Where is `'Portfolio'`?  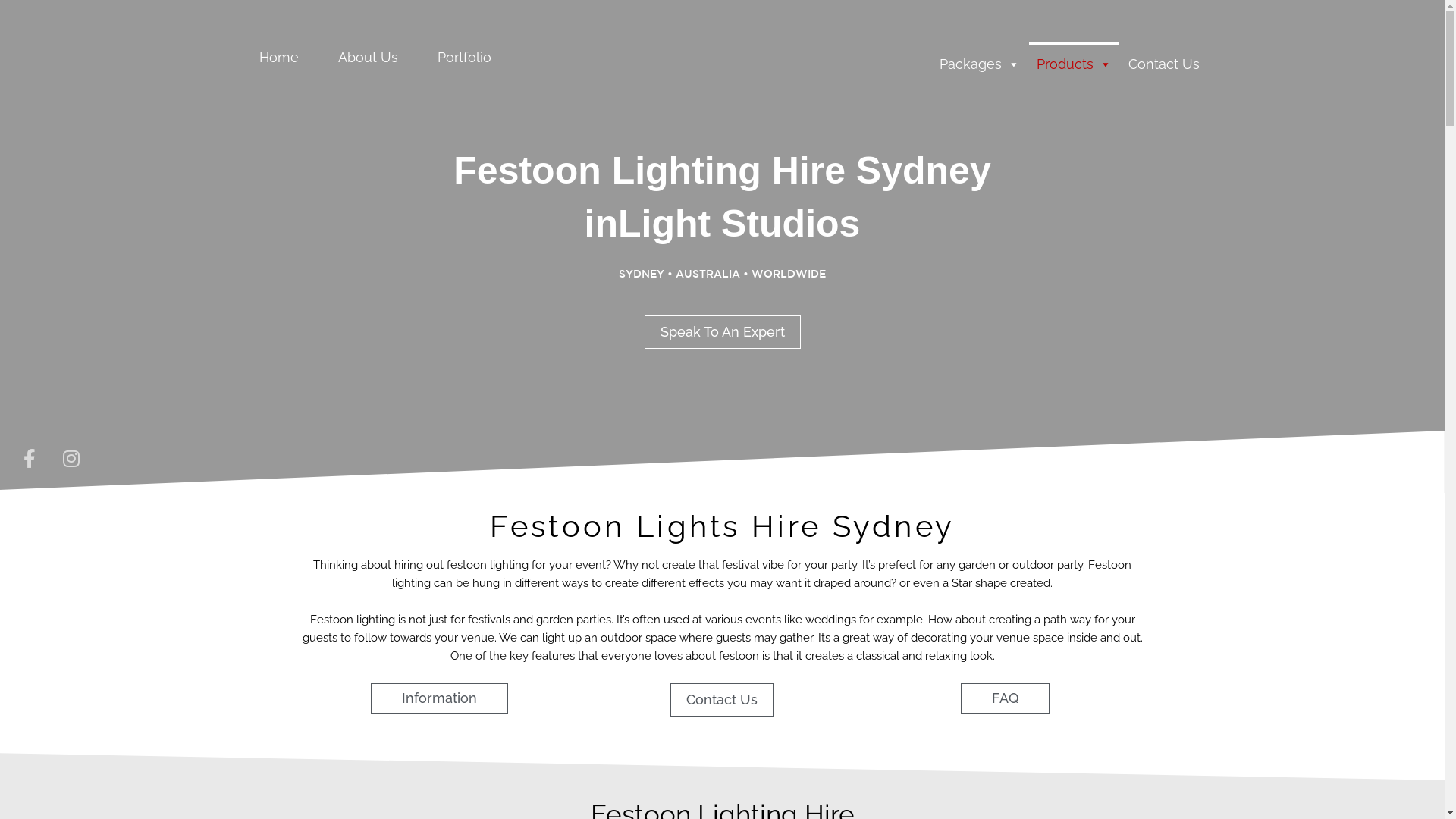
'Portfolio' is located at coordinates (418, 57).